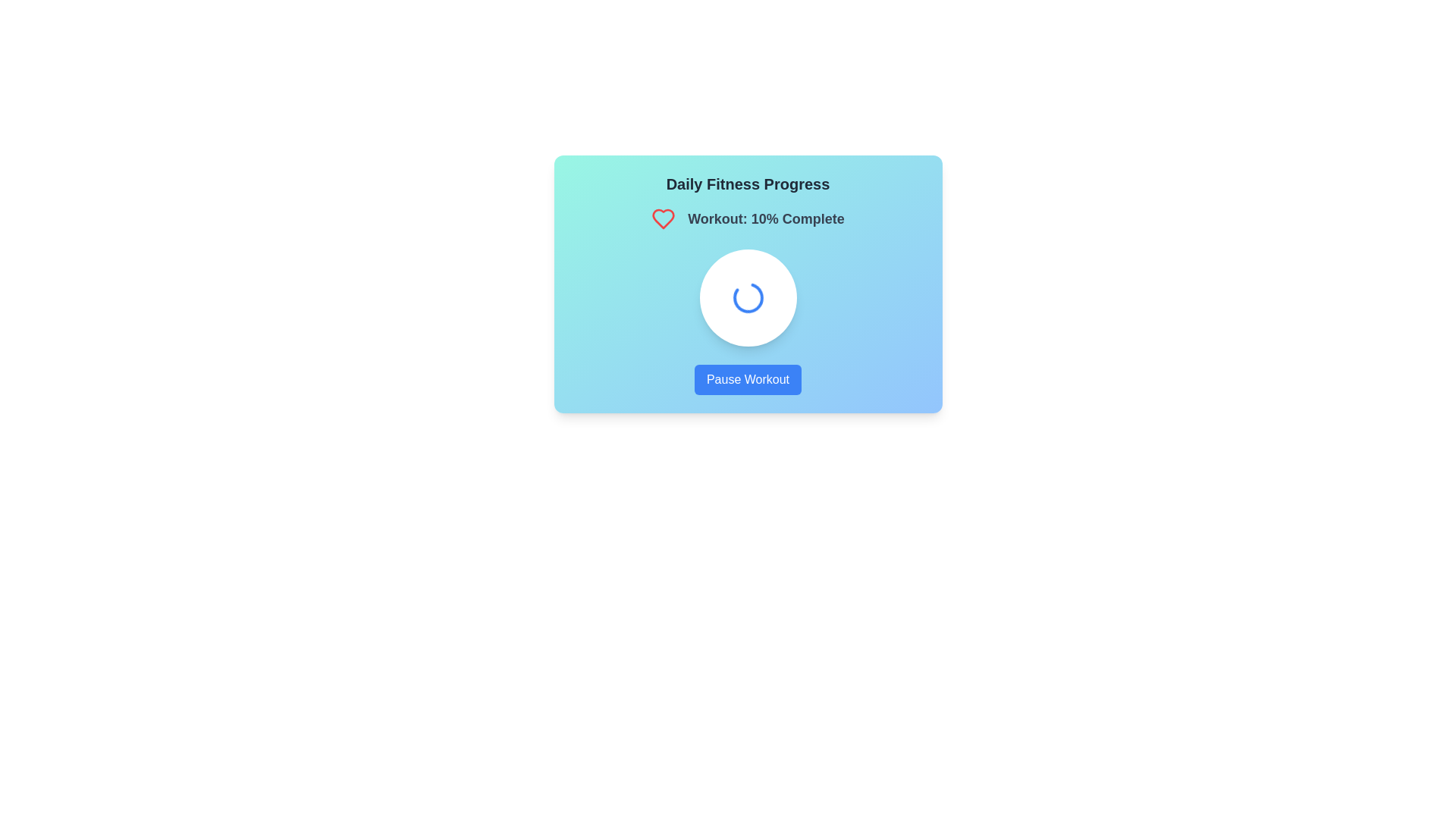 Image resolution: width=1456 pixels, height=819 pixels. I want to click on the heart icon, which is the first element in a horizontal arrangement indicating workout progress, so click(667, 219).